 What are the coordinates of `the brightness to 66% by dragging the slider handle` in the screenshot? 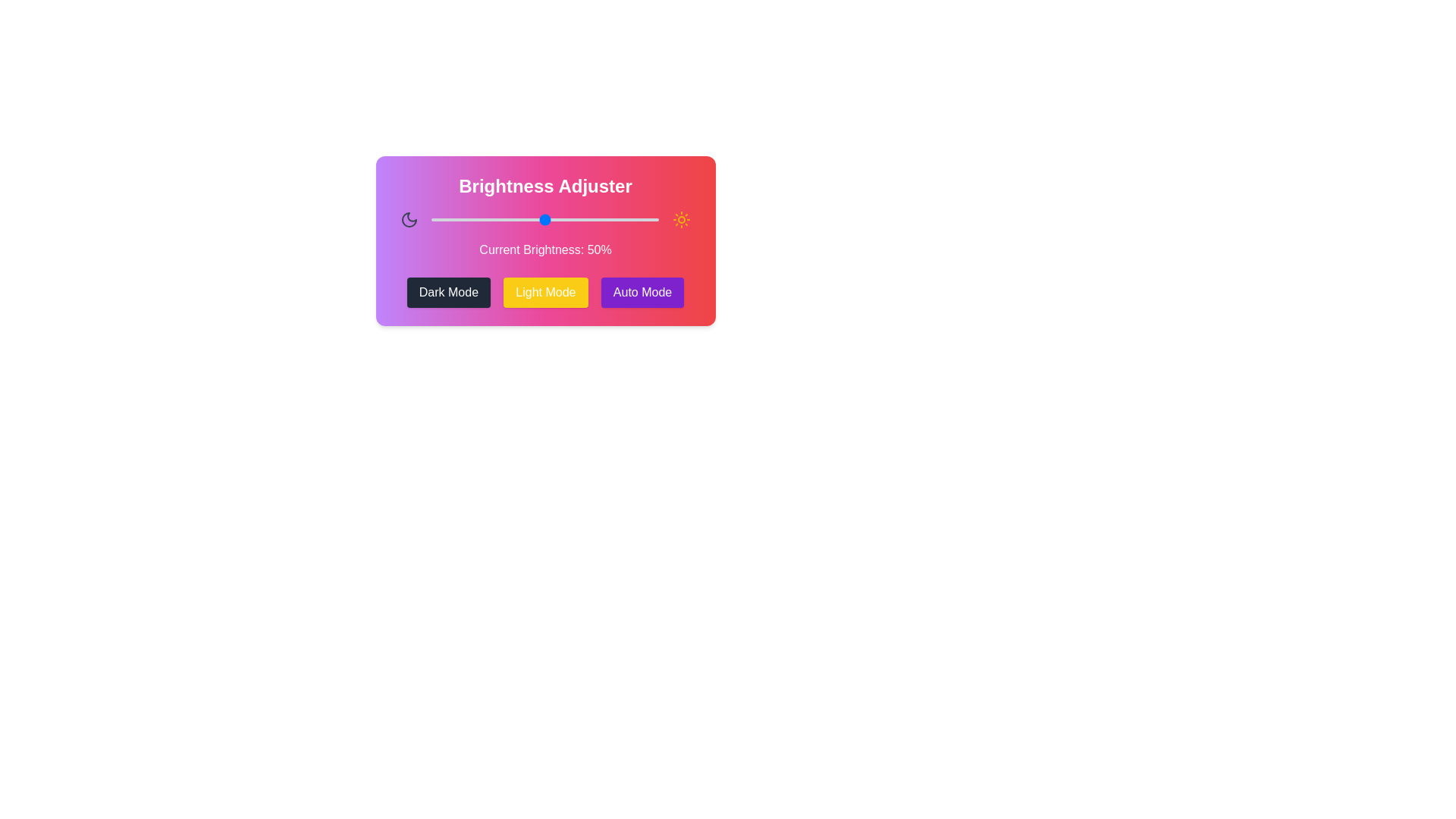 It's located at (581, 219).